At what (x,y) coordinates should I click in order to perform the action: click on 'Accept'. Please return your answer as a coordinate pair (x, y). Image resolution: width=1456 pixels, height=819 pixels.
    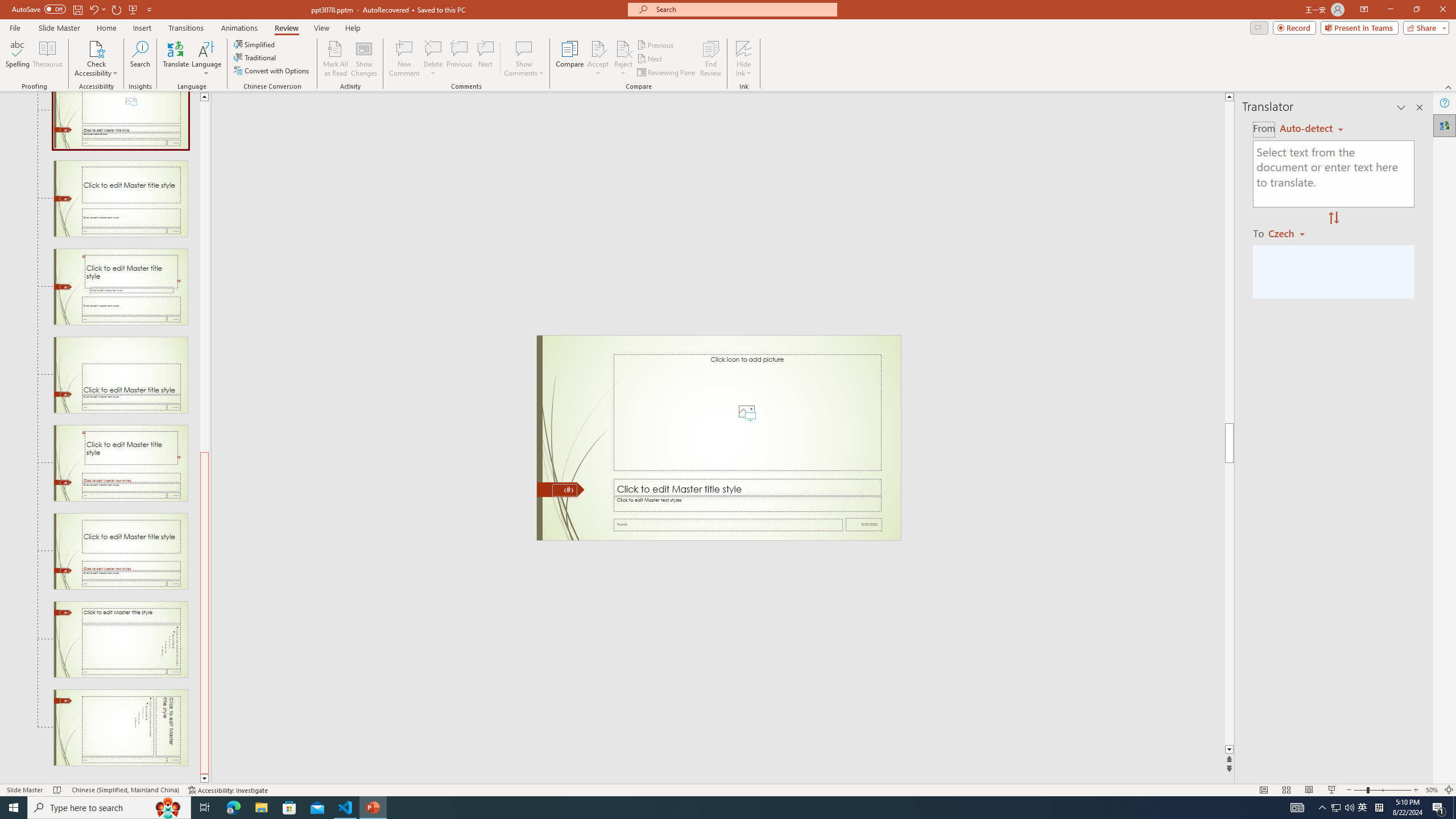
    Looking at the image, I should click on (598, 59).